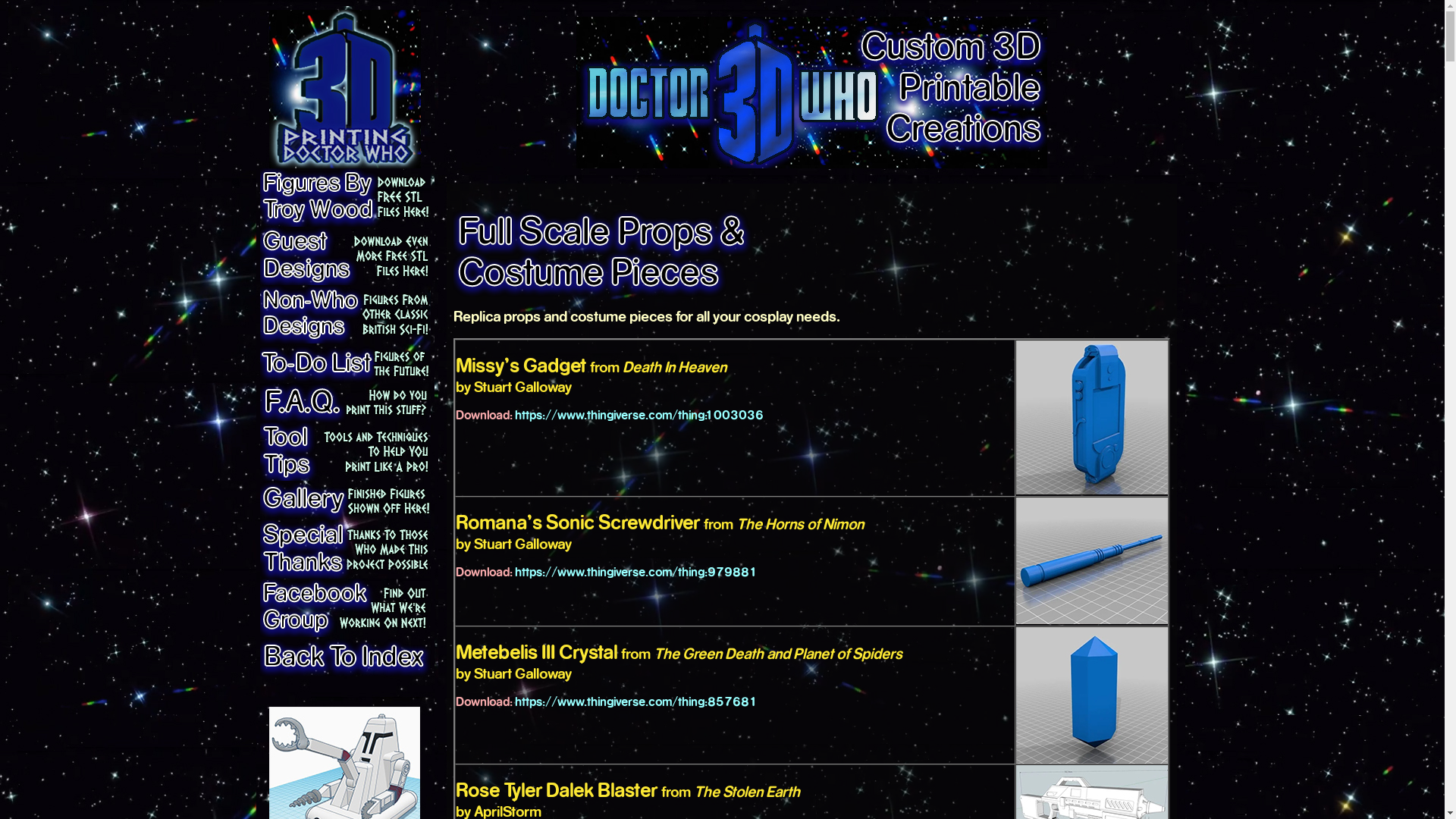 The image size is (1456, 819). Describe the element at coordinates (635, 701) in the screenshot. I see `'https://www.thingiverse.com/thing:857681'` at that location.